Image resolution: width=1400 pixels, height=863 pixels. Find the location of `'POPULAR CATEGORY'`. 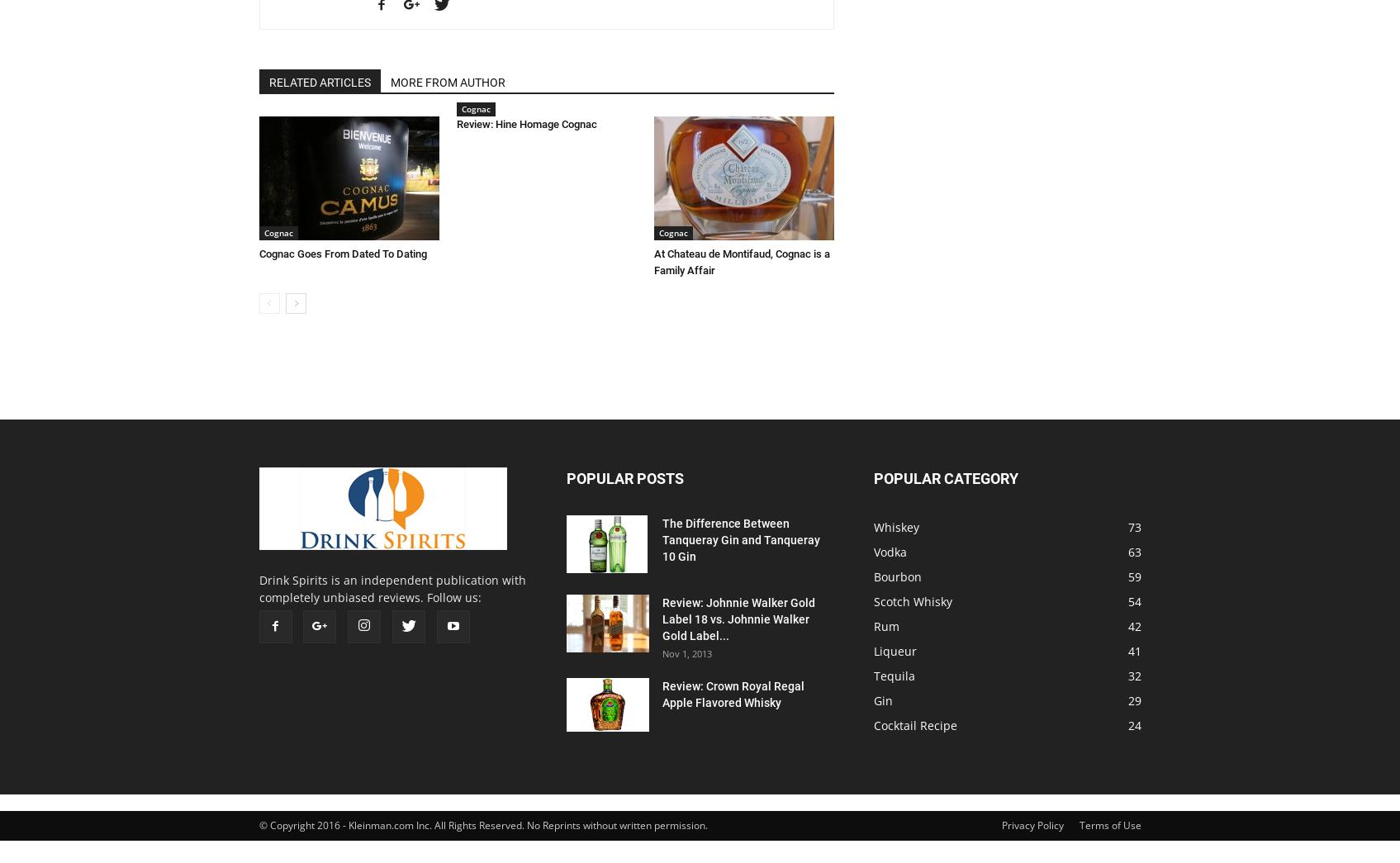

'POPULAR CATEGORY' is located at coordinates (944, 478).